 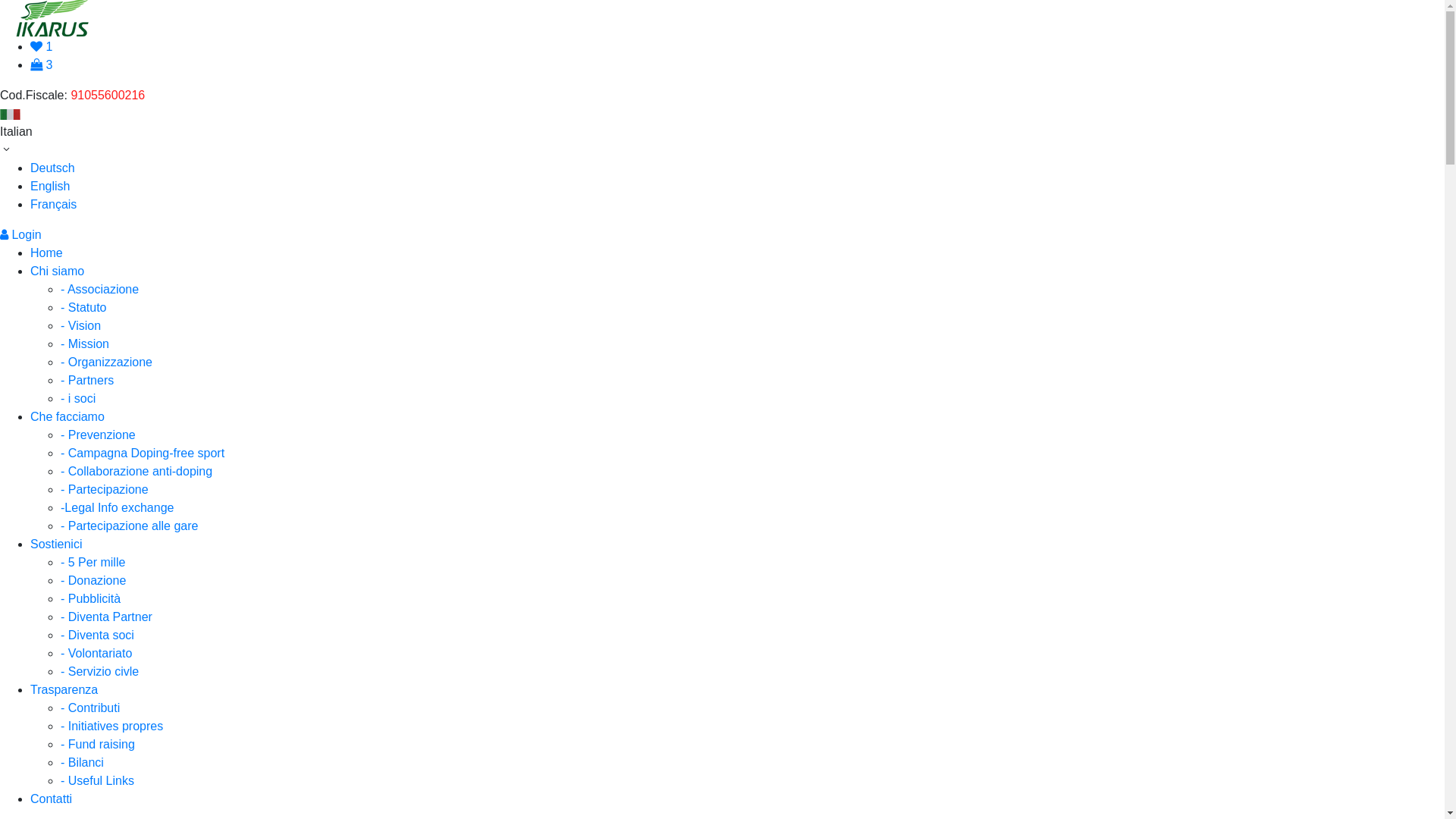 What do you see at coordinates (93, 580) in the screenshot?
I see `'- Donazione'` at bounding box center [93, 580].